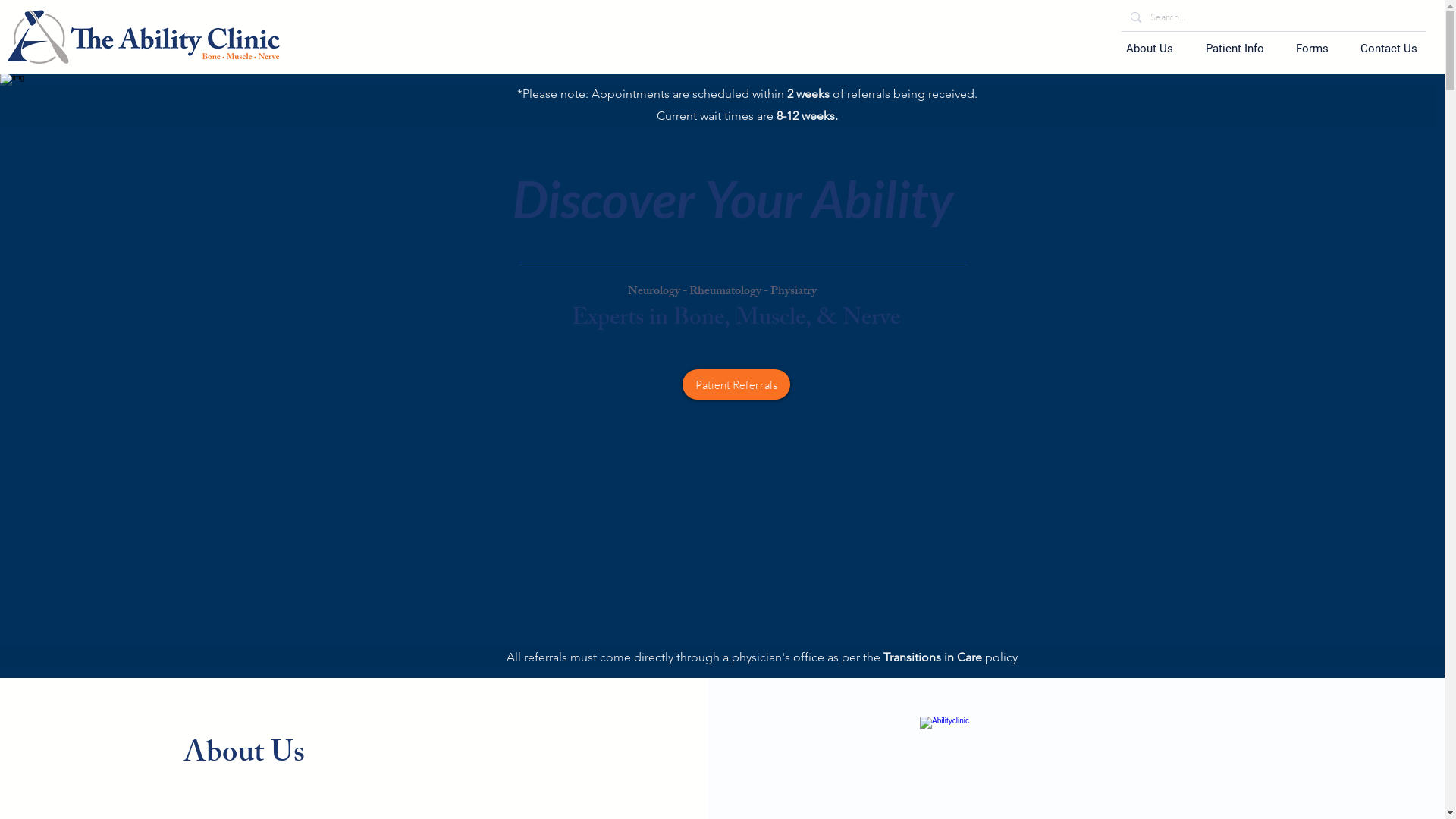  I want to click on 'Patient Referrals', so click(736, 383).